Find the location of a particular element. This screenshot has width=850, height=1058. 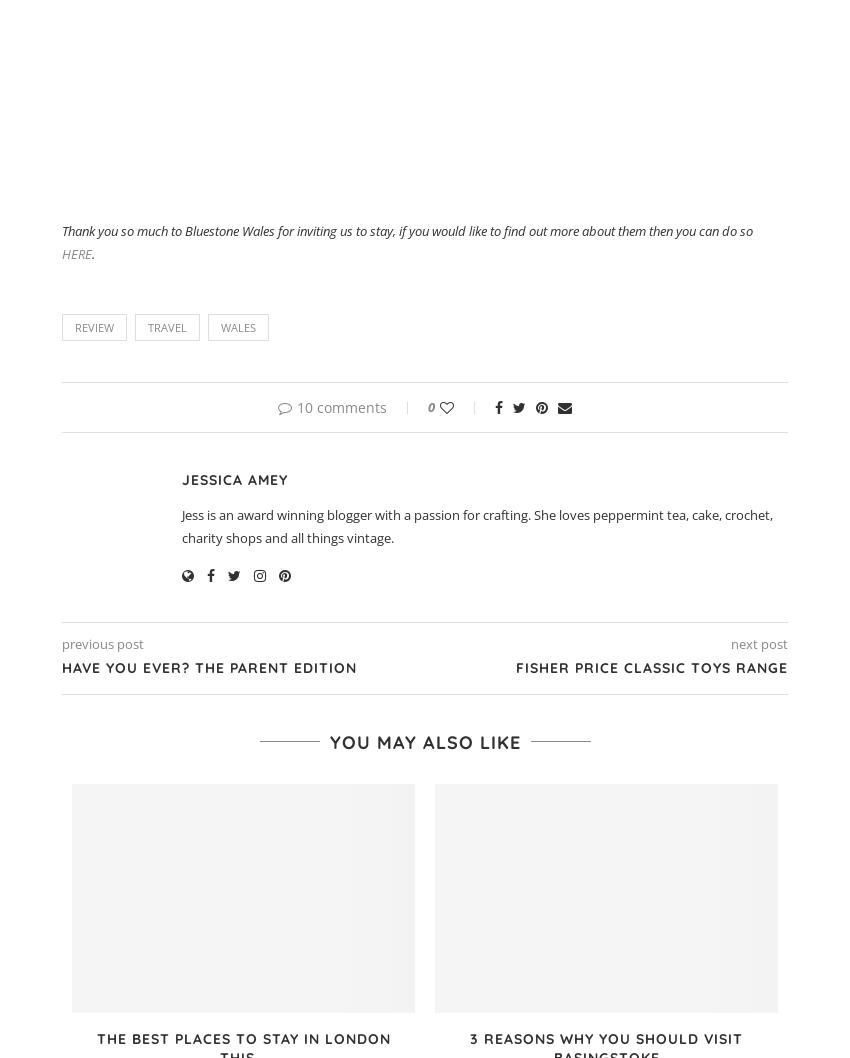

'Twitter' is located at coordinates (518, 449).